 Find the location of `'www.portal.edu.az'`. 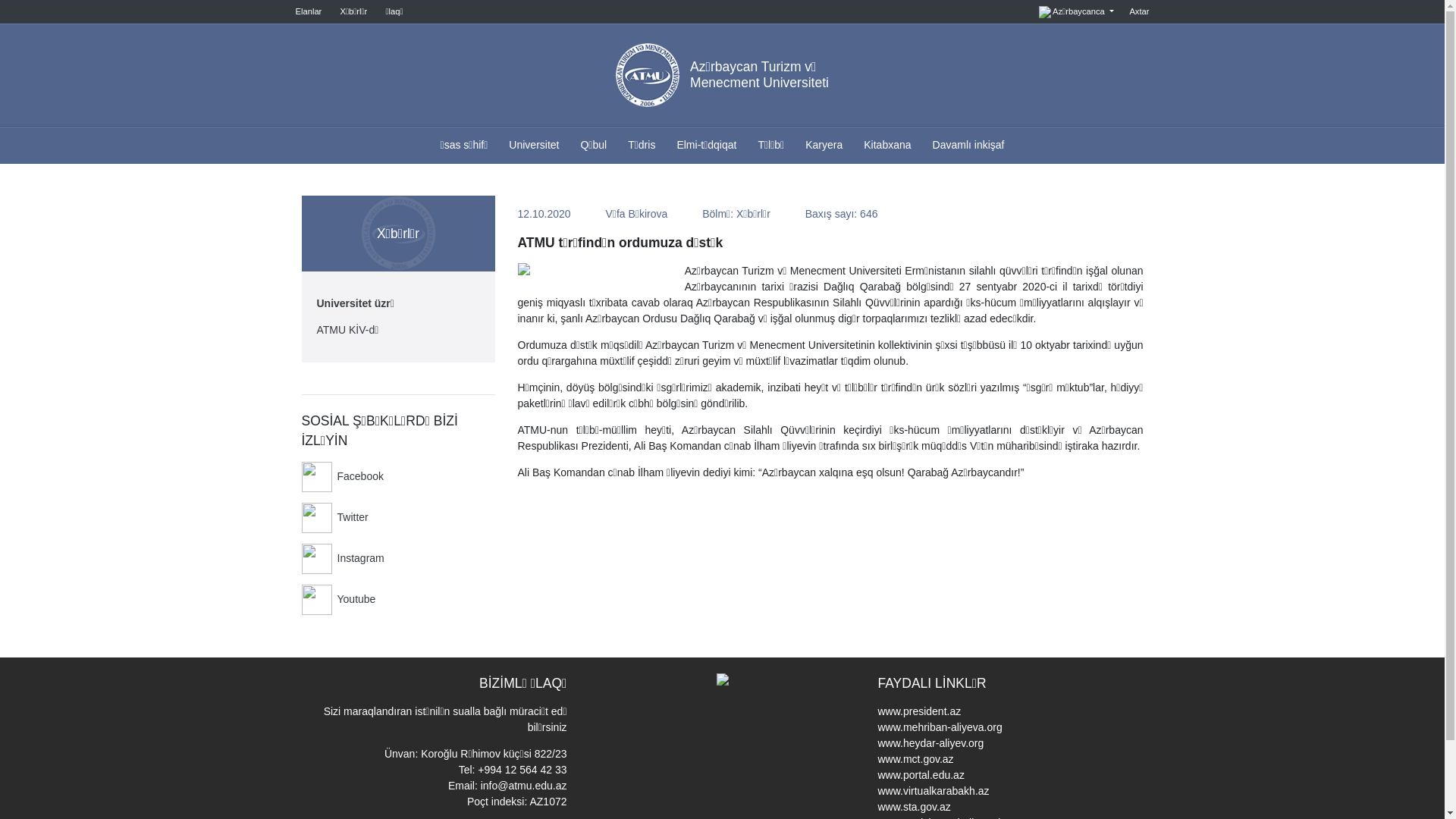

'www.portal.edu.az' is located at coordinates (920, 775).